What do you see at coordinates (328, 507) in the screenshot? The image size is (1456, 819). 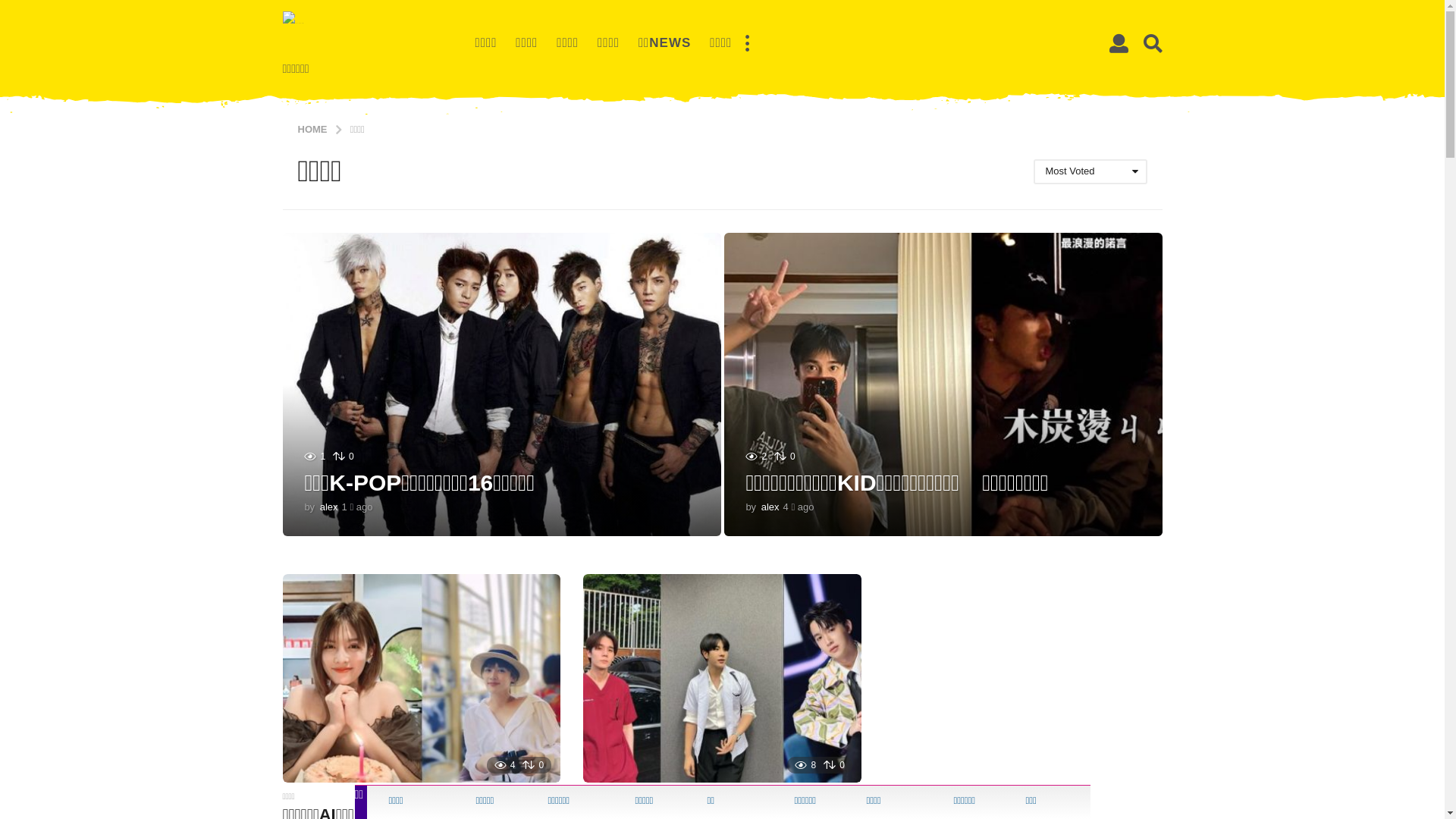 I see `'alex'` at bounding box center [328, 507].